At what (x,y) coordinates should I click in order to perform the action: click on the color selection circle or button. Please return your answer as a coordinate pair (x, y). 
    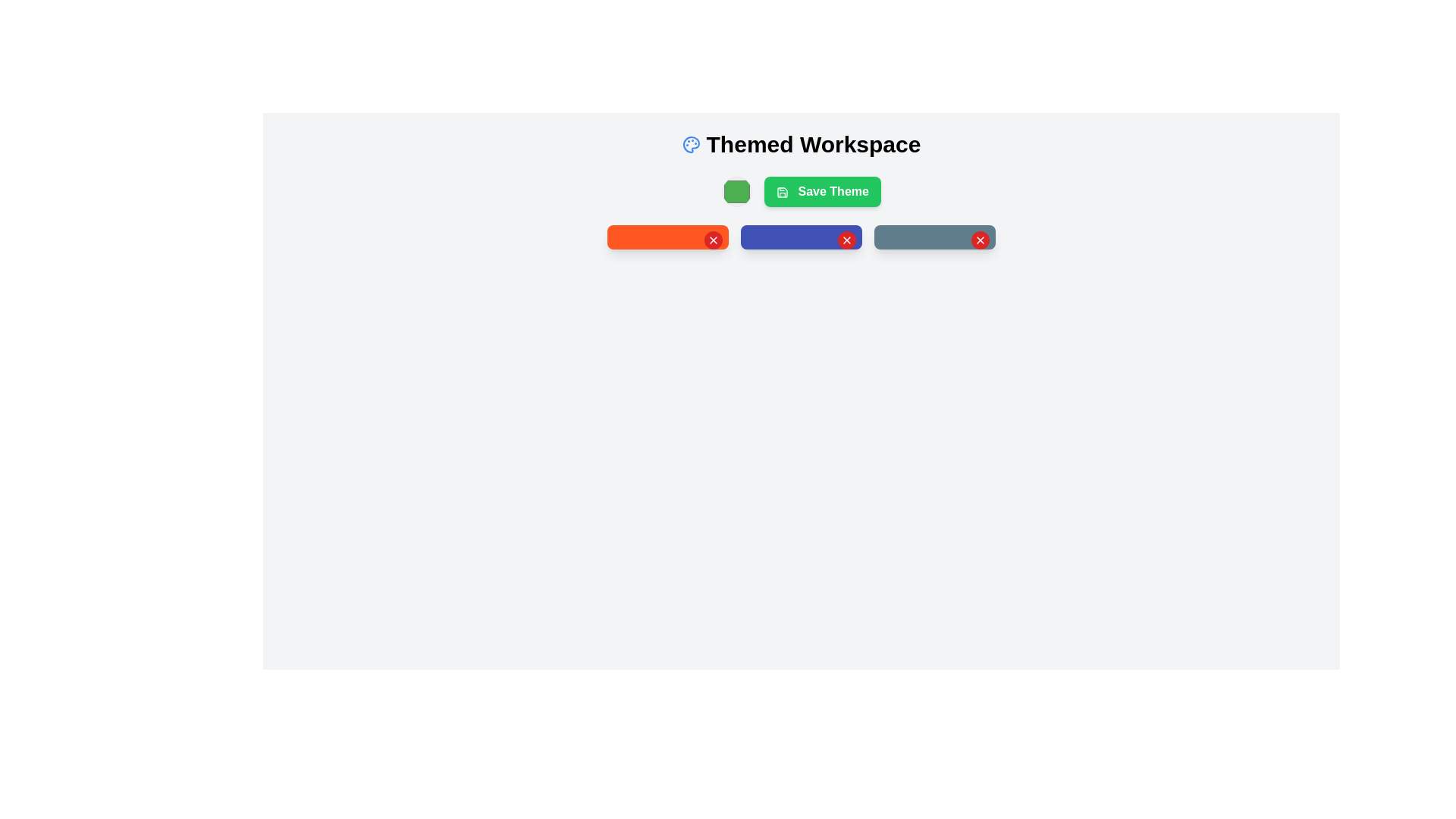
    Looking at the image, I should click on (737, 191).